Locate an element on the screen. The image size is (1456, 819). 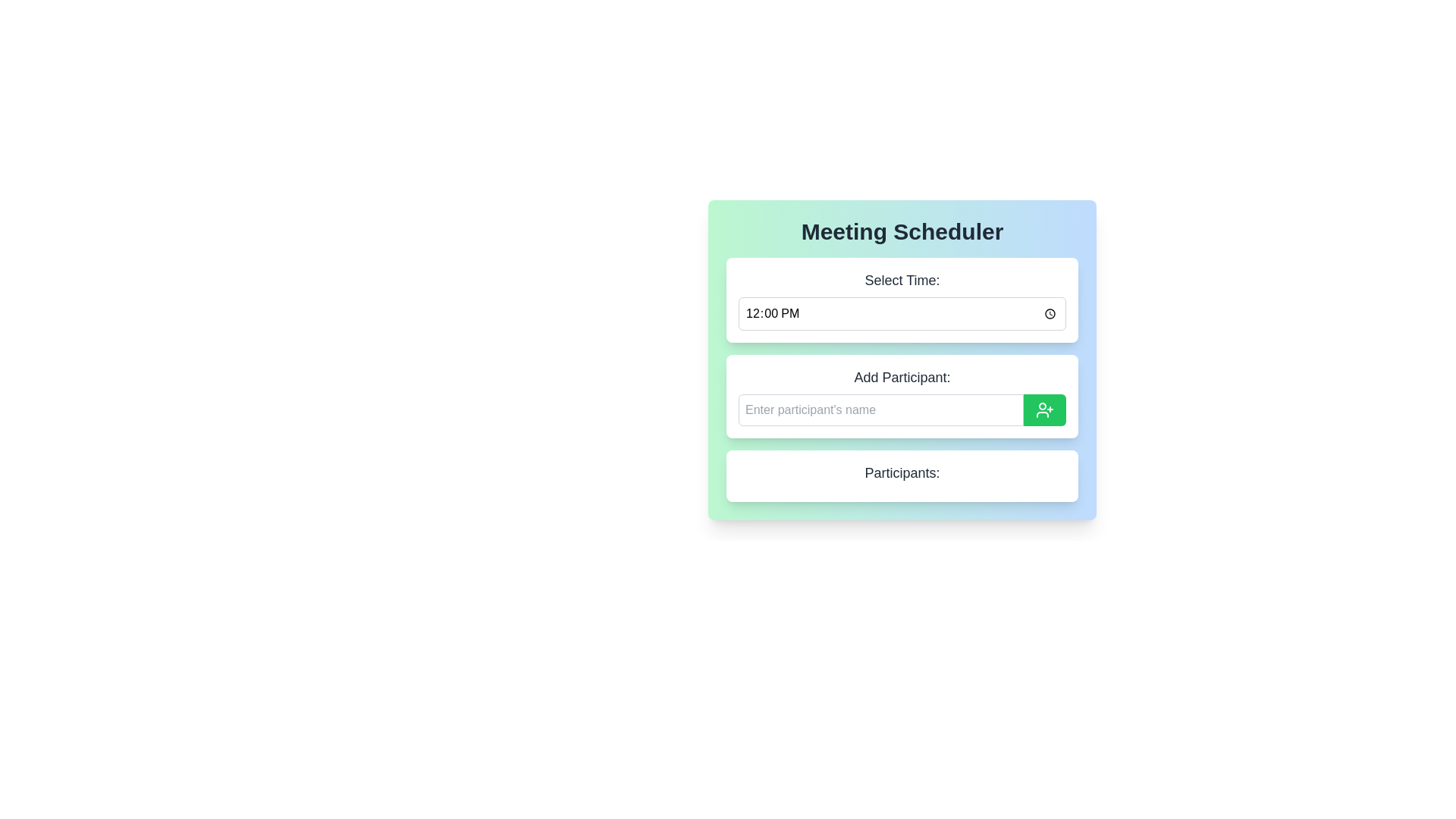
the text input field within the 'Add Participant:' section is located at coordinates (902, 409).